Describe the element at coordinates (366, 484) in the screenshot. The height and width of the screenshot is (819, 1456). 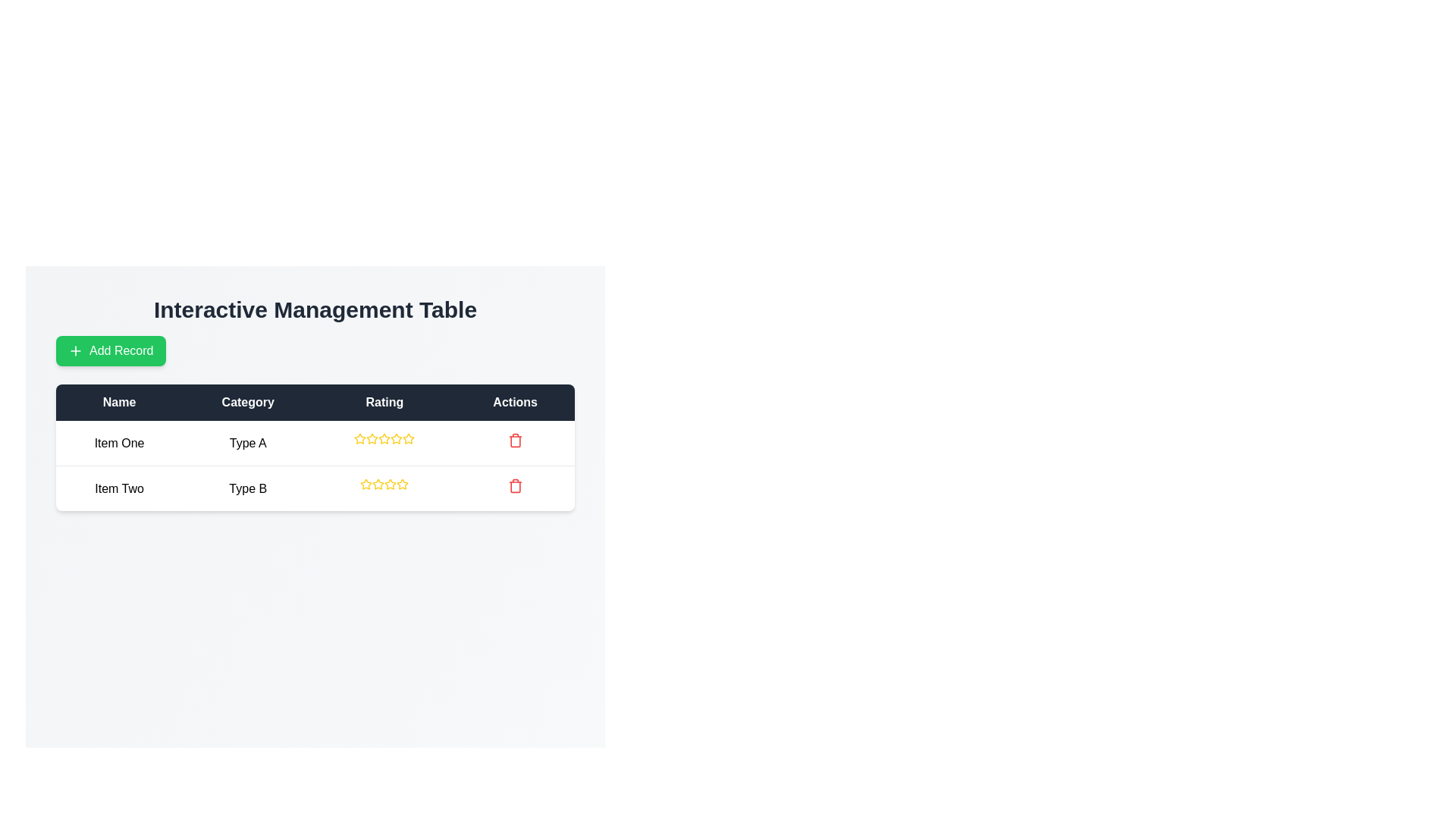
I see `the active star icon representing the first rating for 'Item Two'` at that location.